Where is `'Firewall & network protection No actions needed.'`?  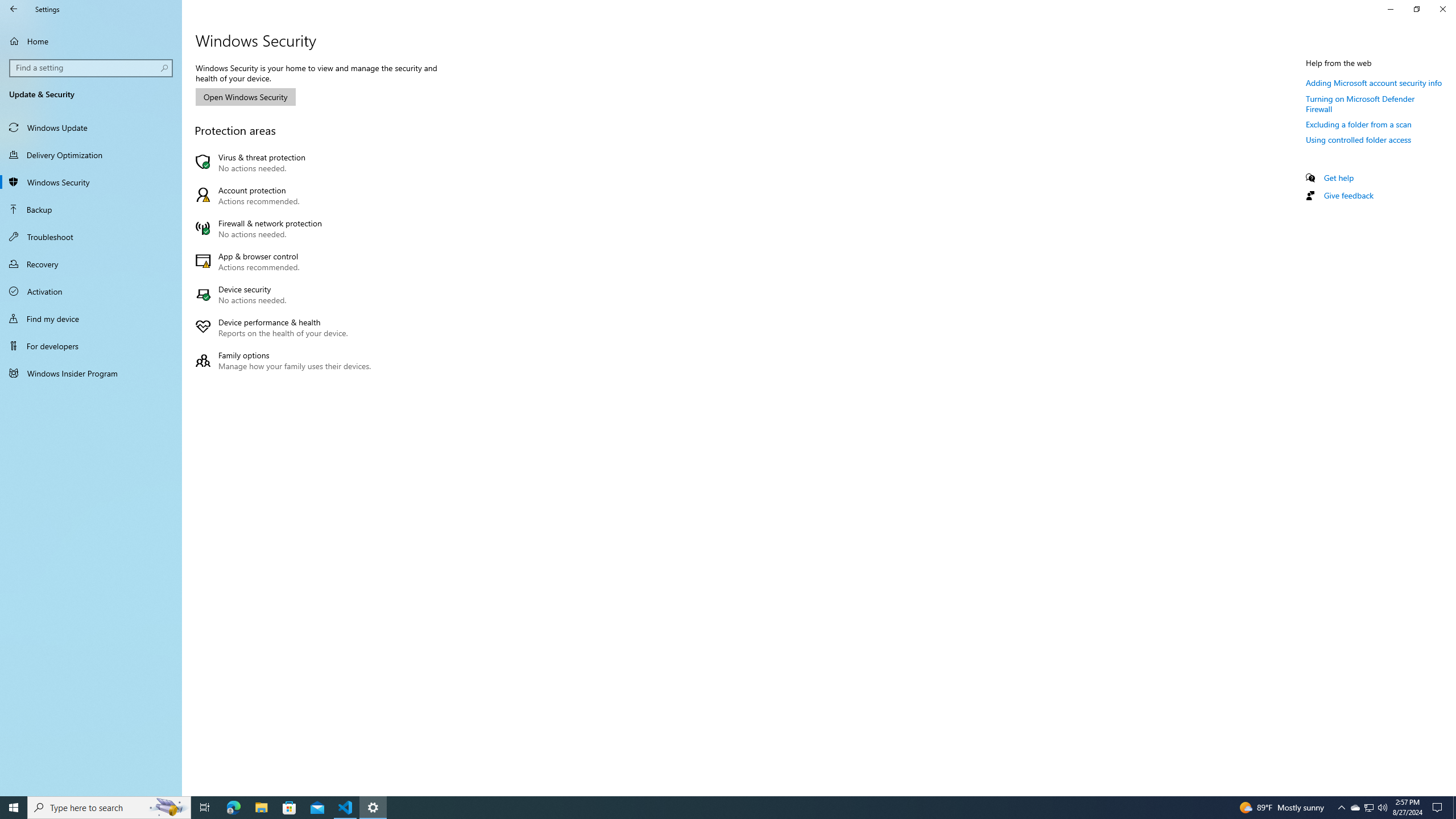
'Firewall & network protection No actions needed.' is located at coordinates (286, 228).